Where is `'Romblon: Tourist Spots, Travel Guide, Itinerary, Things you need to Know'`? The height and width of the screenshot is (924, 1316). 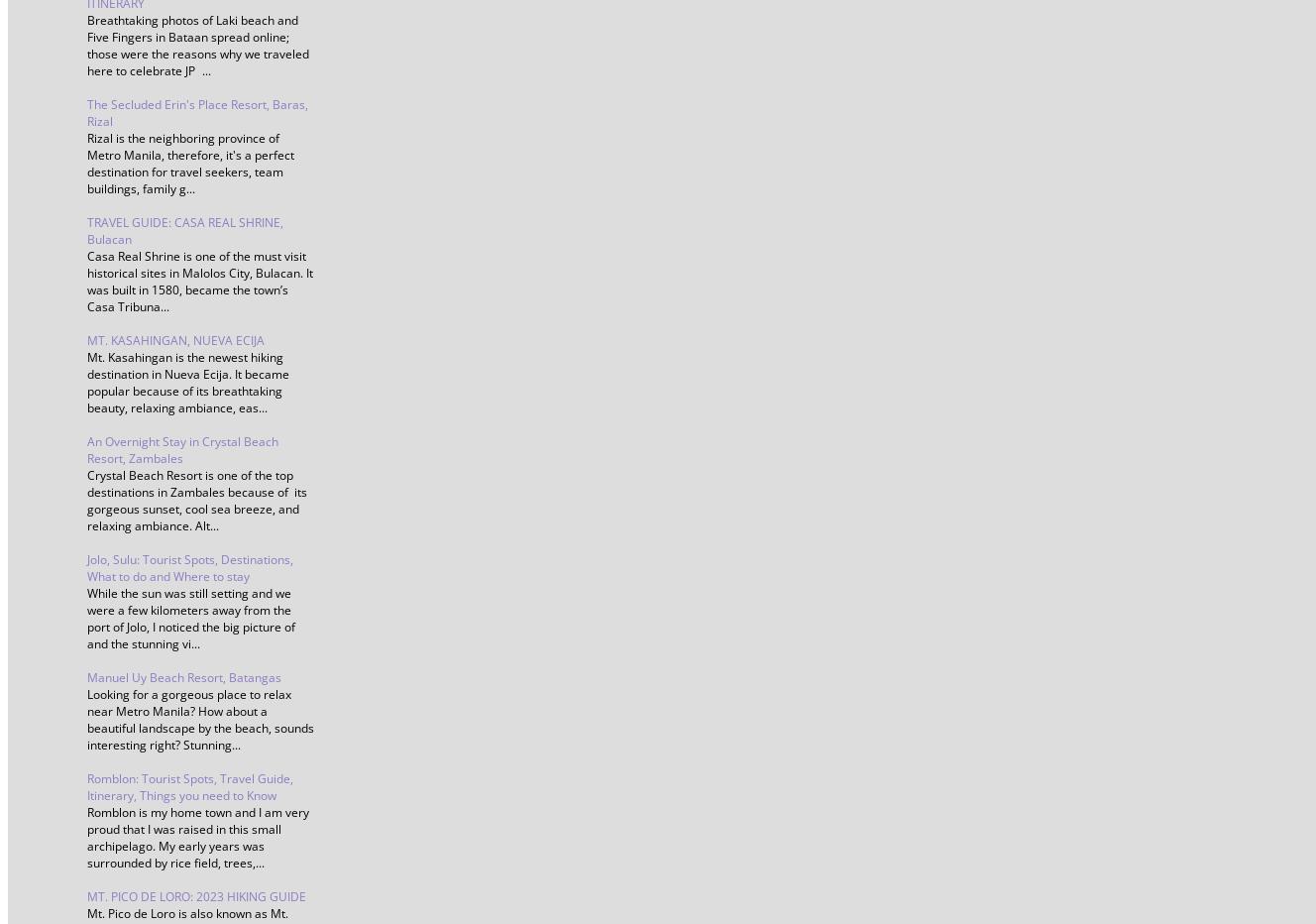
'Romblon: Tourist Spots, Travel Guide, Itinerary, Things you need to Know' is located at coordinates (87, 786).